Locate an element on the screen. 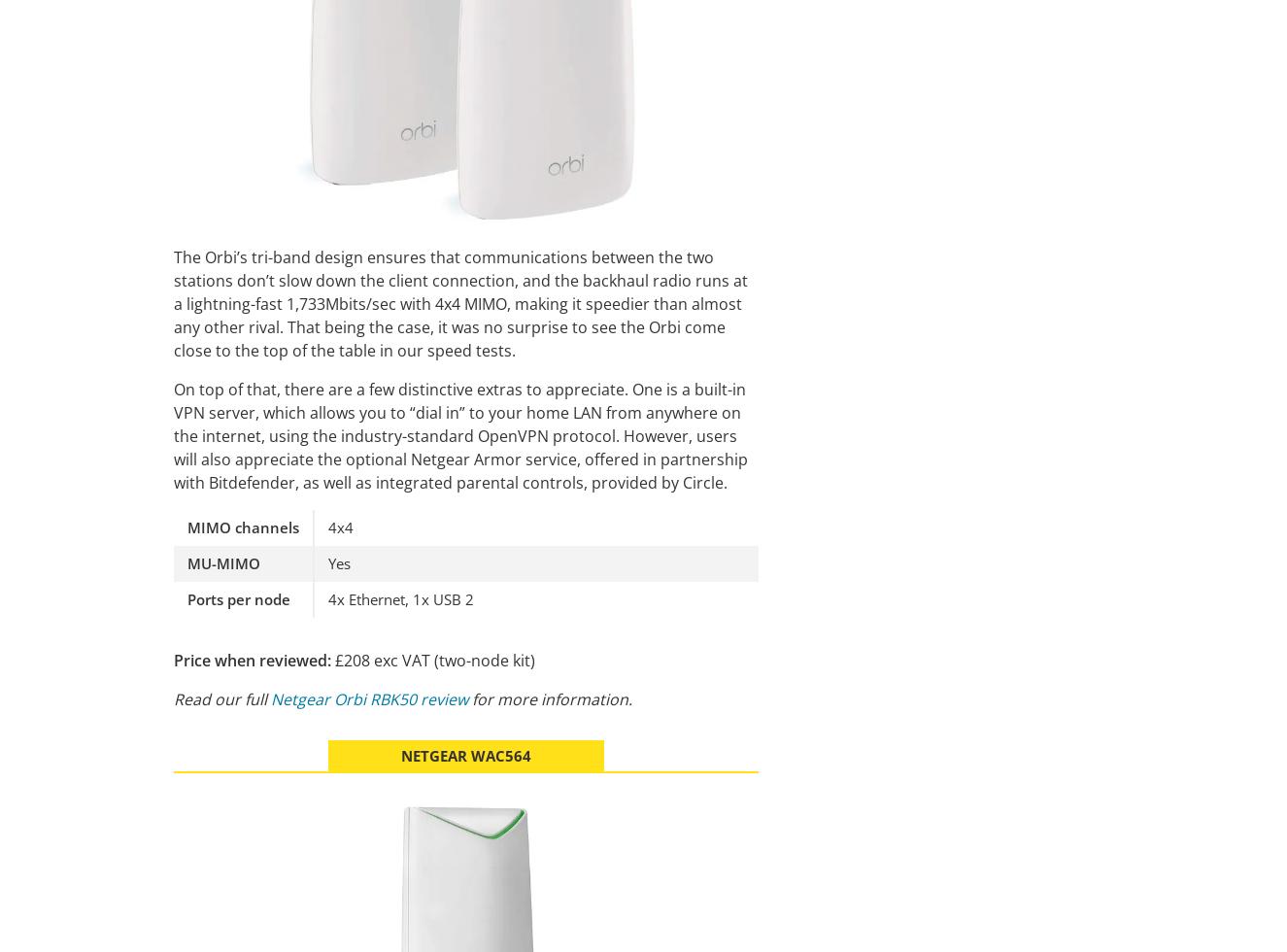 The height and width of the screenshot is (952, 1287). 'Netgear Orbi RBK50 review' is located at coordinates (369, 698).